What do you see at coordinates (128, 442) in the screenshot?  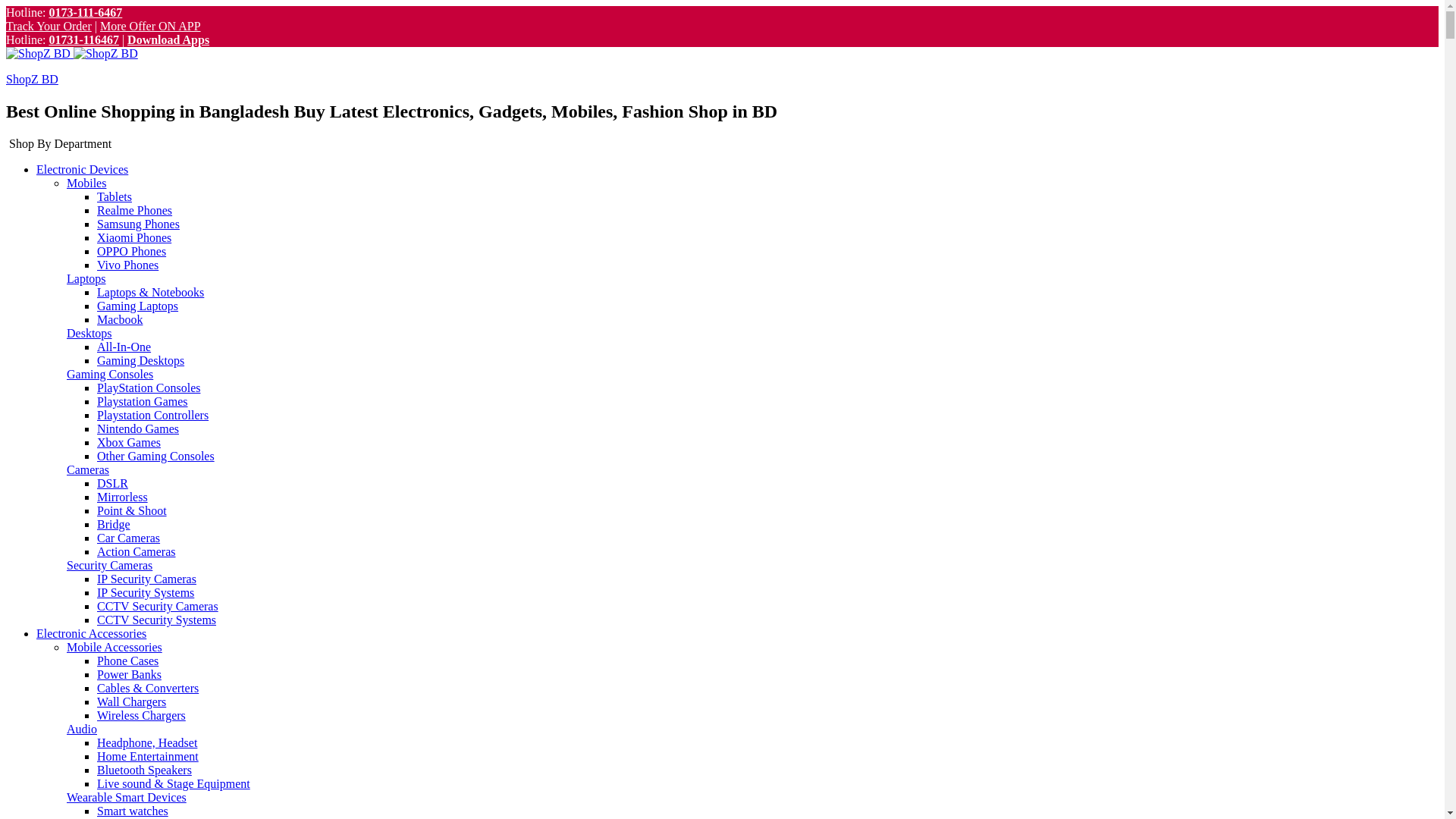 I see `'Xbox Games'` at bounding box center [128, 442].